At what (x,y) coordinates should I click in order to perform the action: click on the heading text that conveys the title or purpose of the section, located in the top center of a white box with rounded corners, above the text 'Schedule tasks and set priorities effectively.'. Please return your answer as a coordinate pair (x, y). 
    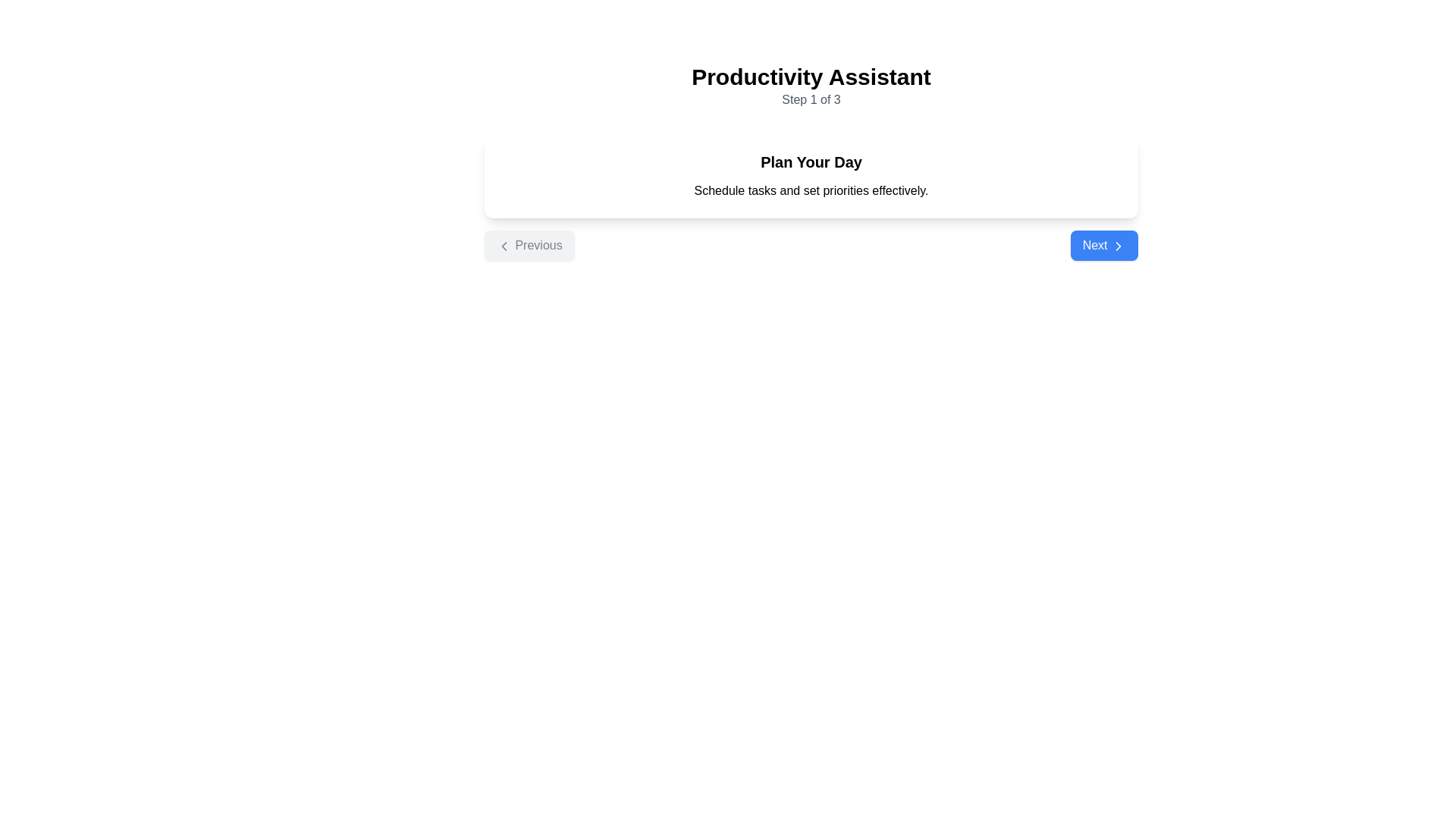
    Looking at the image, I should click on (811, 162).